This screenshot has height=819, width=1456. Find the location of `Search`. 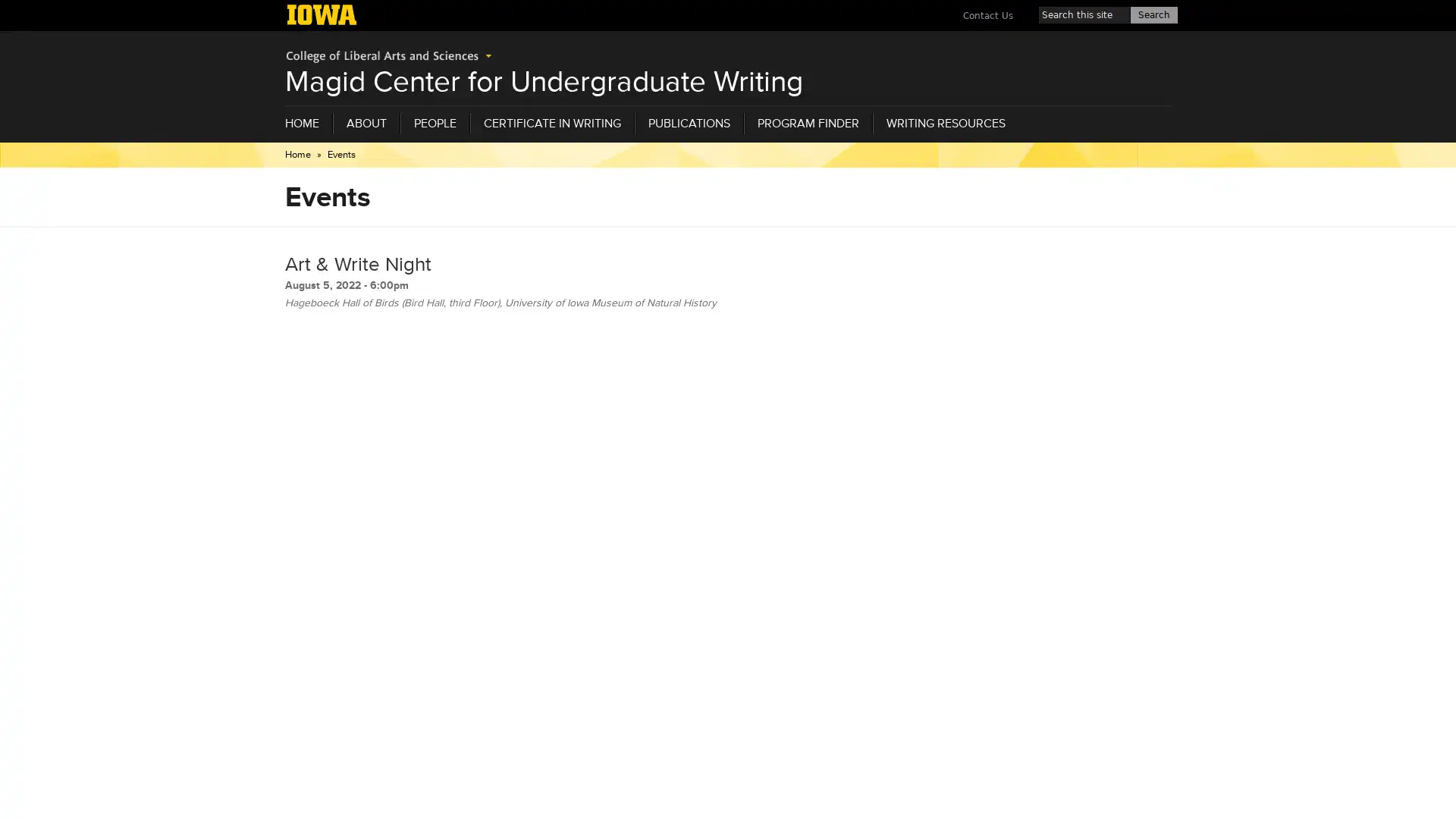

Search is located at coordinates (1153, 14).